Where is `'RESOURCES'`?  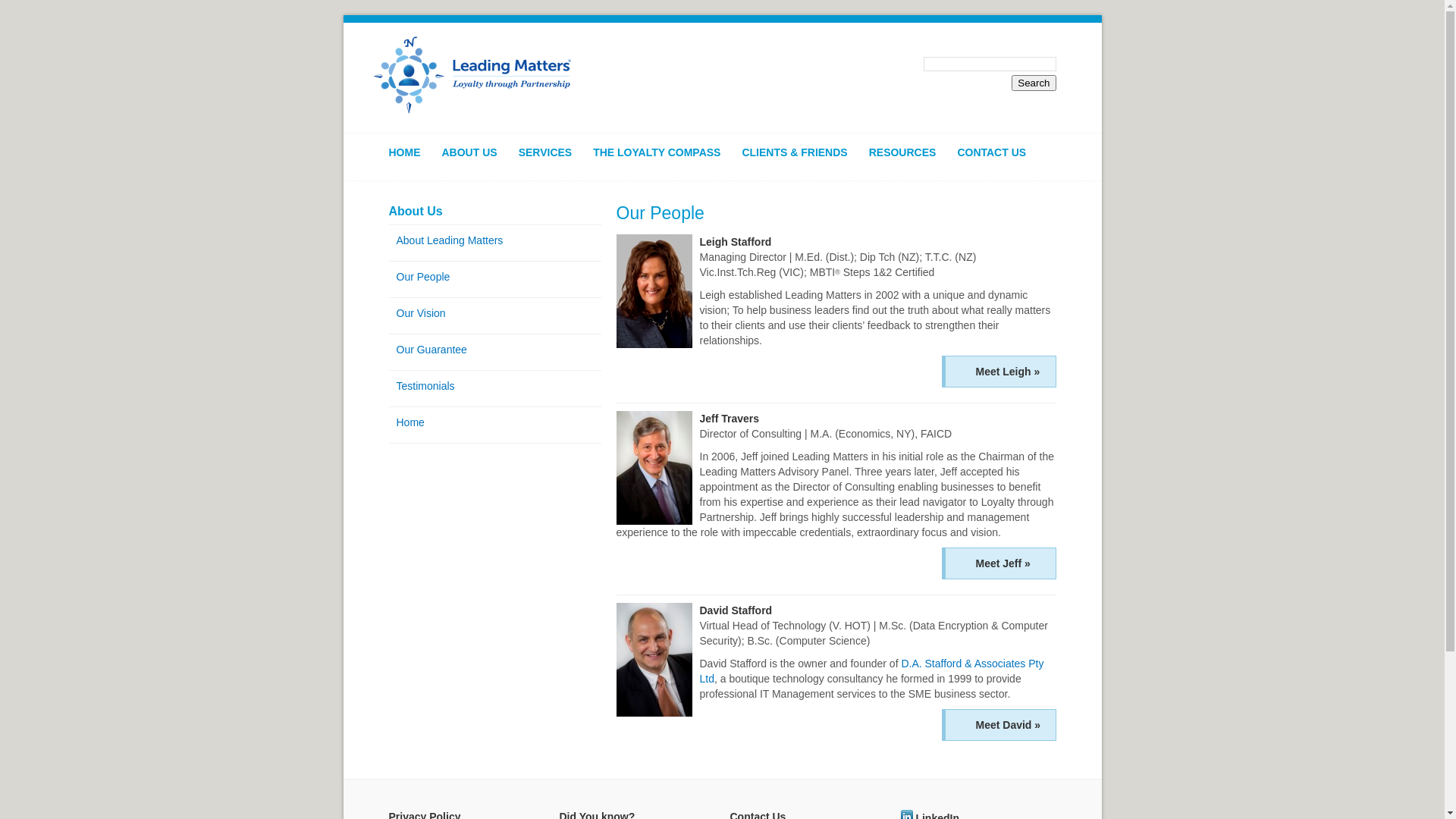
'RESOURCES' is located at coordinates (910, 160).